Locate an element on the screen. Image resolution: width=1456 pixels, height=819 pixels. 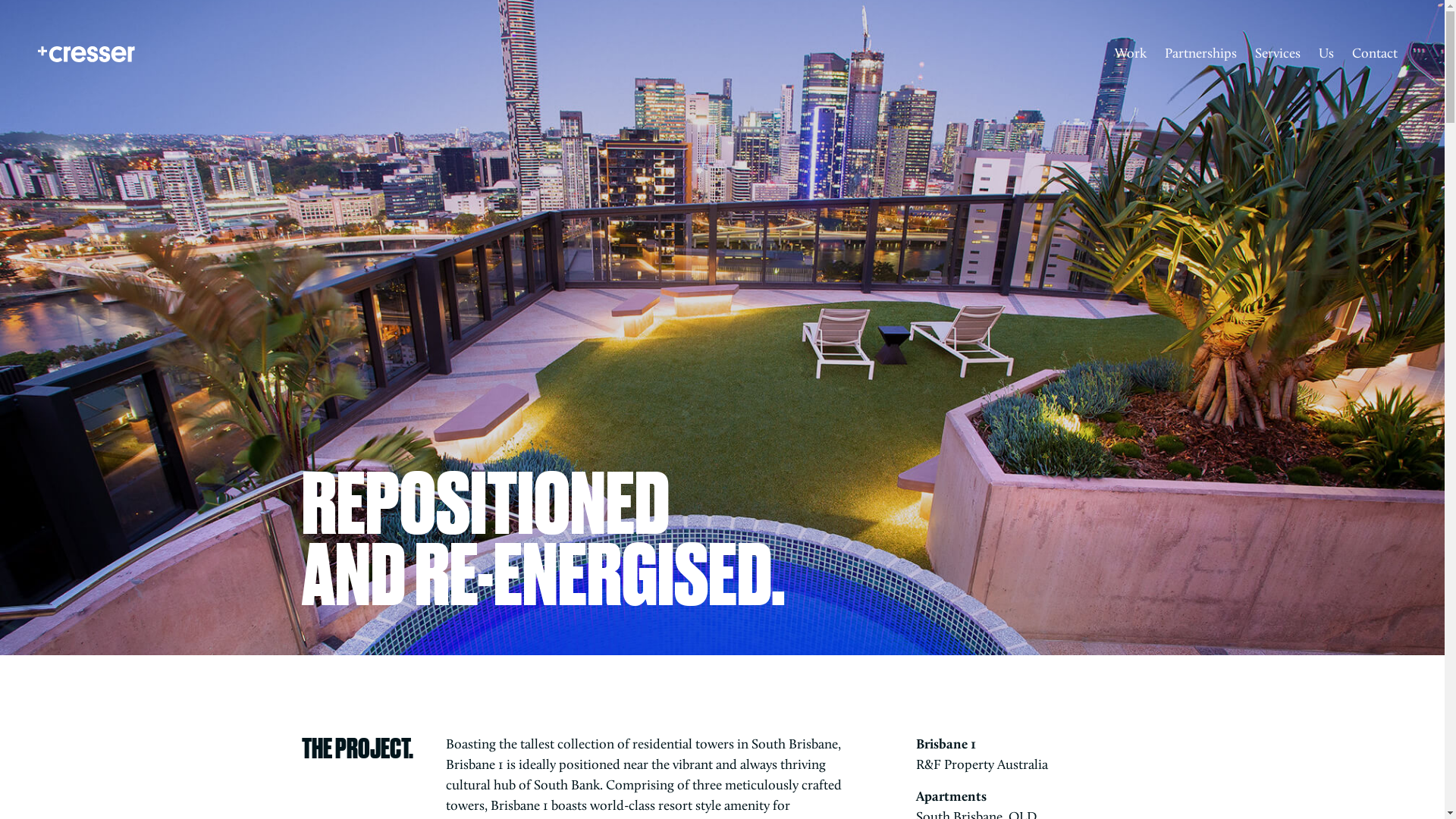
'Work' is located at coordinates (1106, 53).